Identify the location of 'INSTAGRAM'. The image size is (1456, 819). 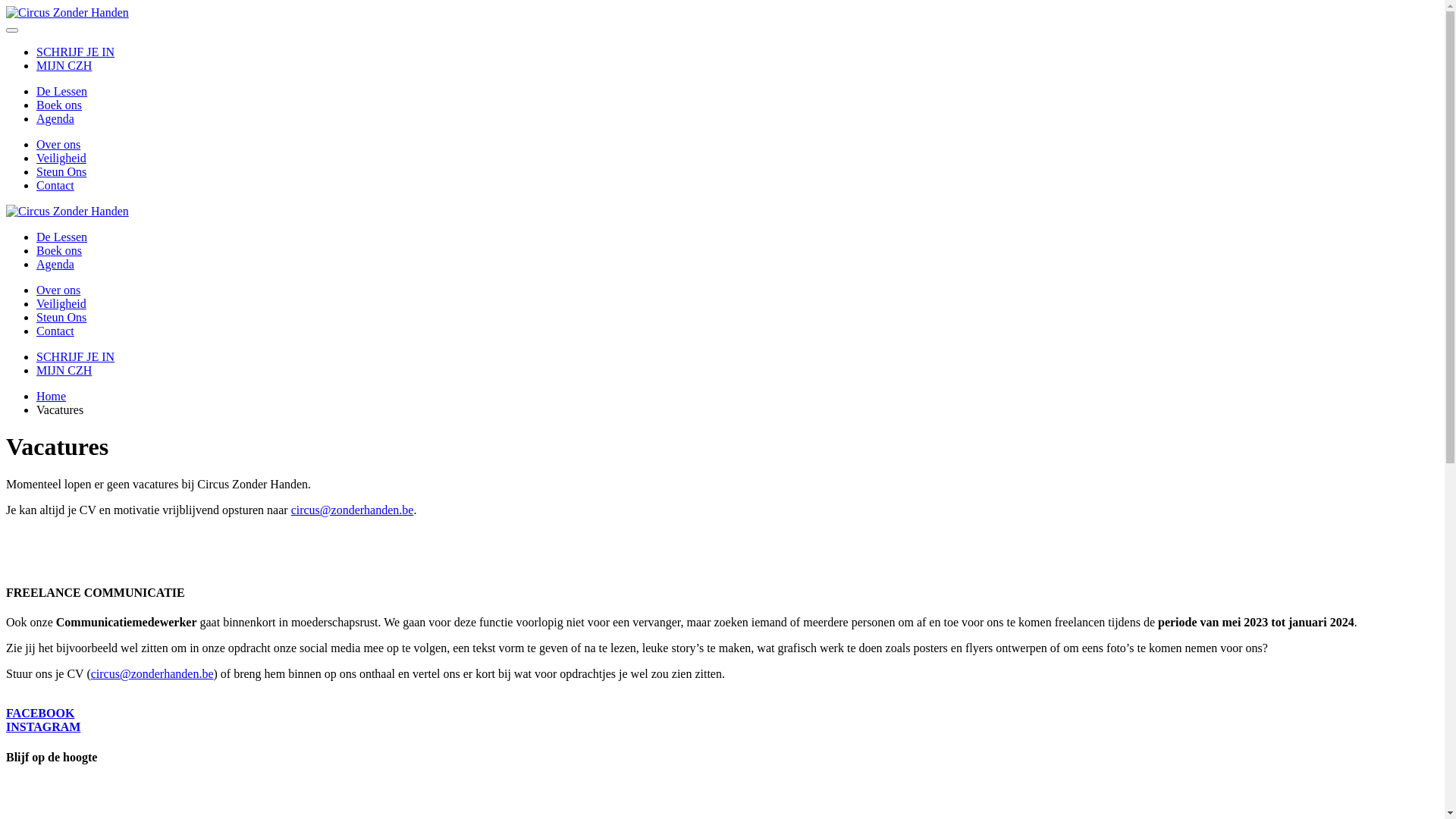
(43, 726).